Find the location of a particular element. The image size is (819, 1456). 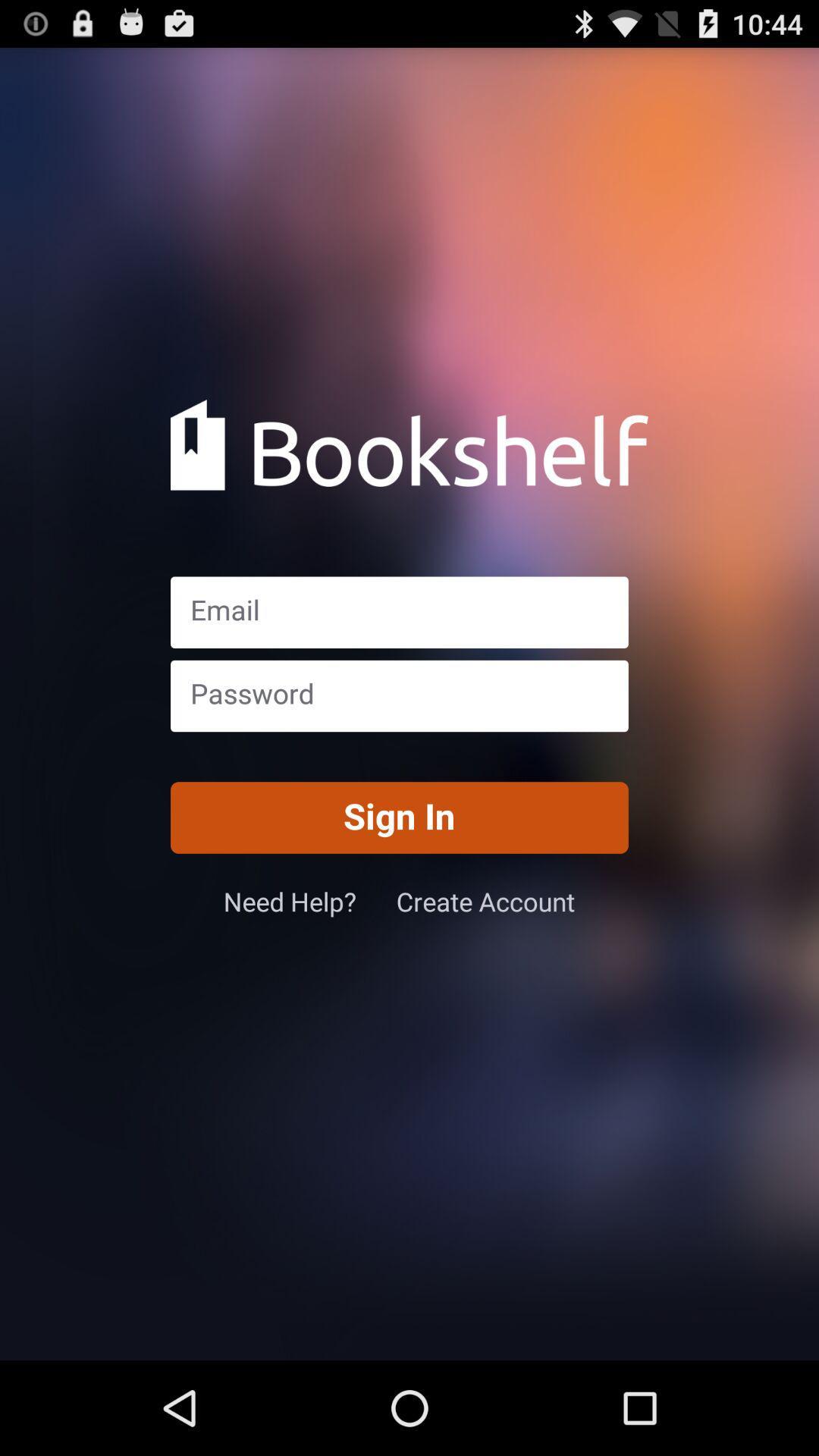

icon above need help? button is located at coordinates (398, 817).